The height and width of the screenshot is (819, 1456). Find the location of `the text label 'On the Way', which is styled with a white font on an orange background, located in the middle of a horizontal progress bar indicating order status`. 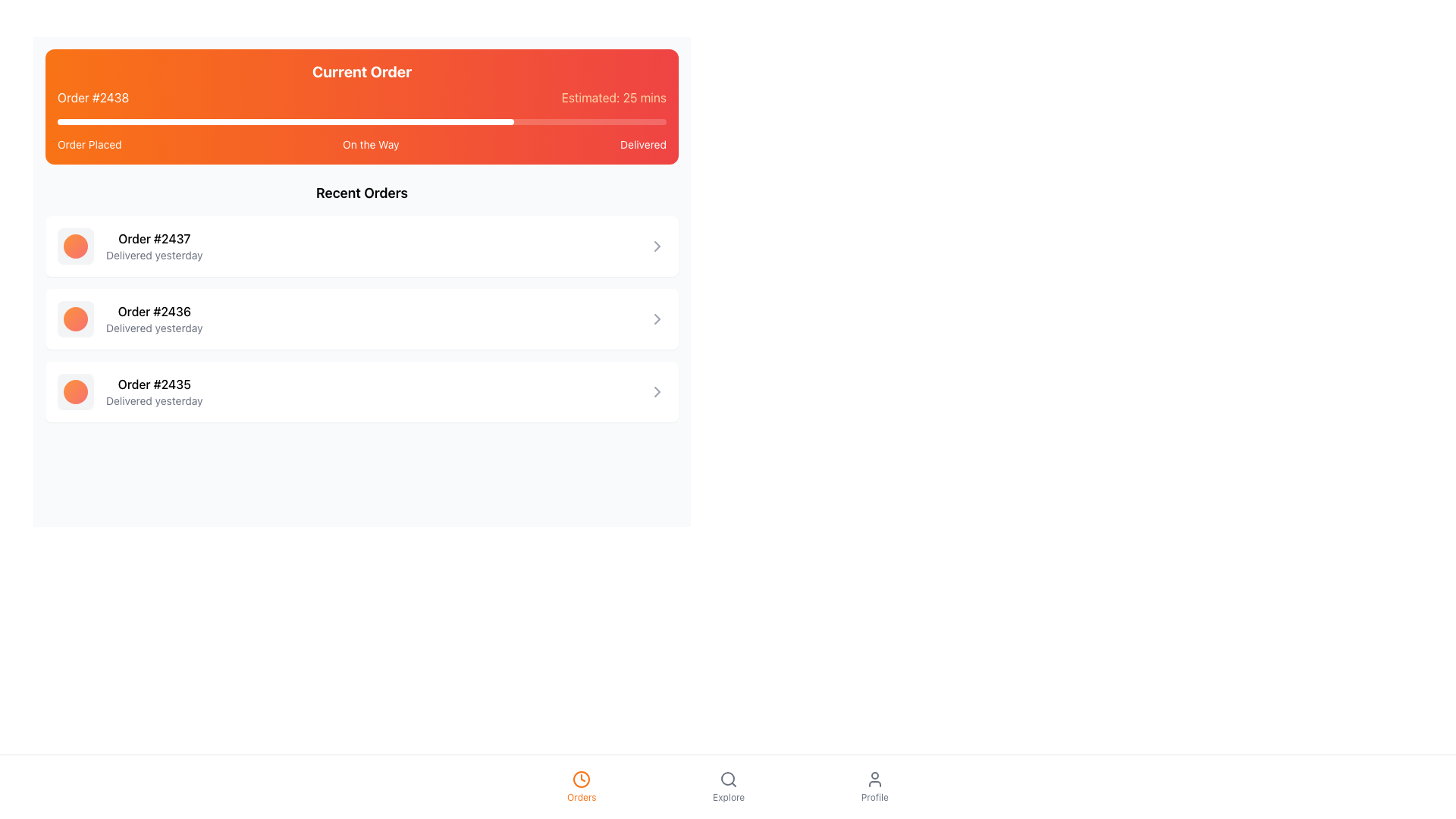

the text label 'On the Way', which is styled with a white font on an orange background, located in the middle of a horizontal progress bar indicating order status is located at coordinates (371, 145).